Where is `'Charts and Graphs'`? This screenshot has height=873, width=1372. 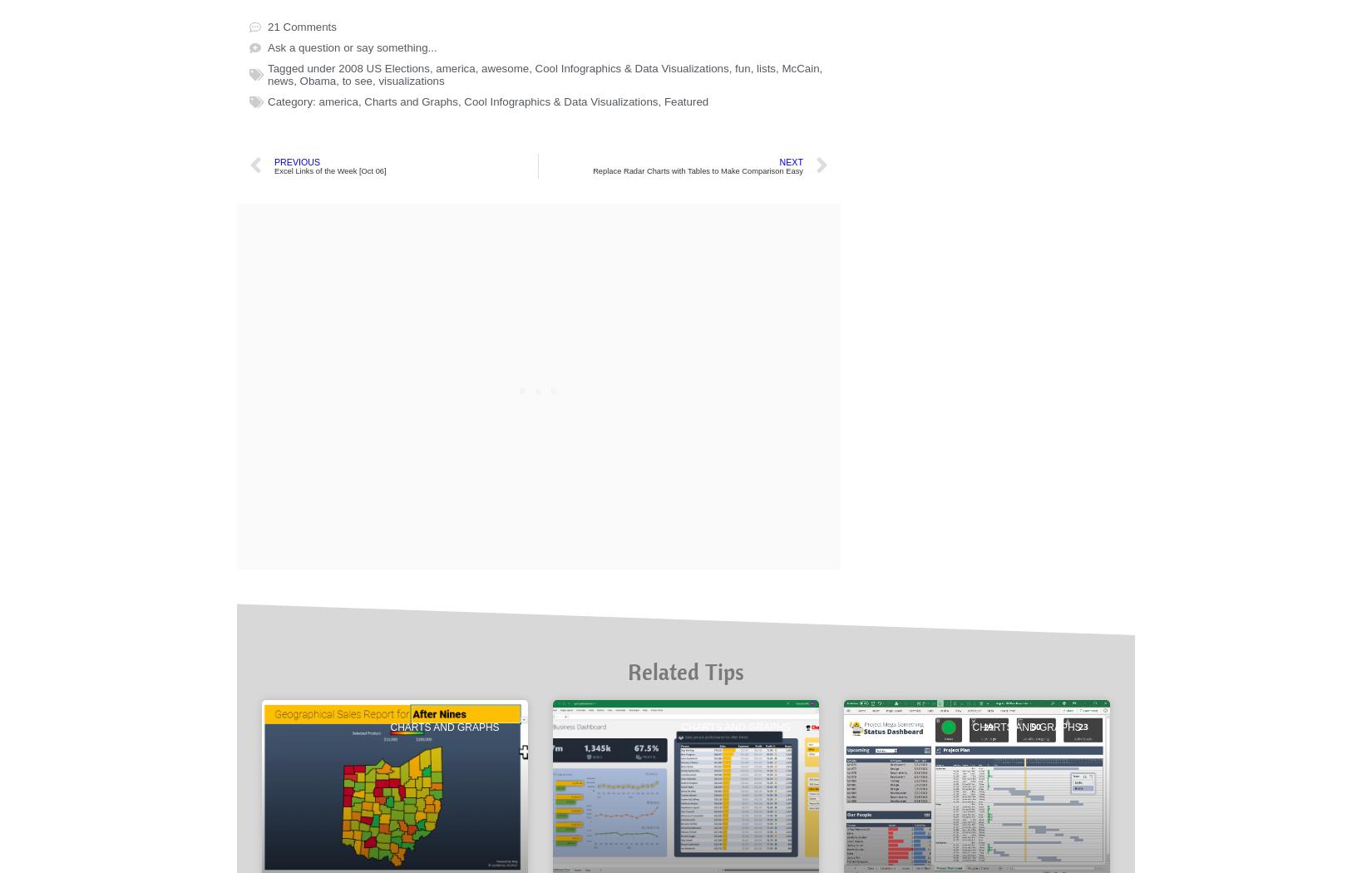 'Charts and Graphs' is located at coordinates (363, 671).